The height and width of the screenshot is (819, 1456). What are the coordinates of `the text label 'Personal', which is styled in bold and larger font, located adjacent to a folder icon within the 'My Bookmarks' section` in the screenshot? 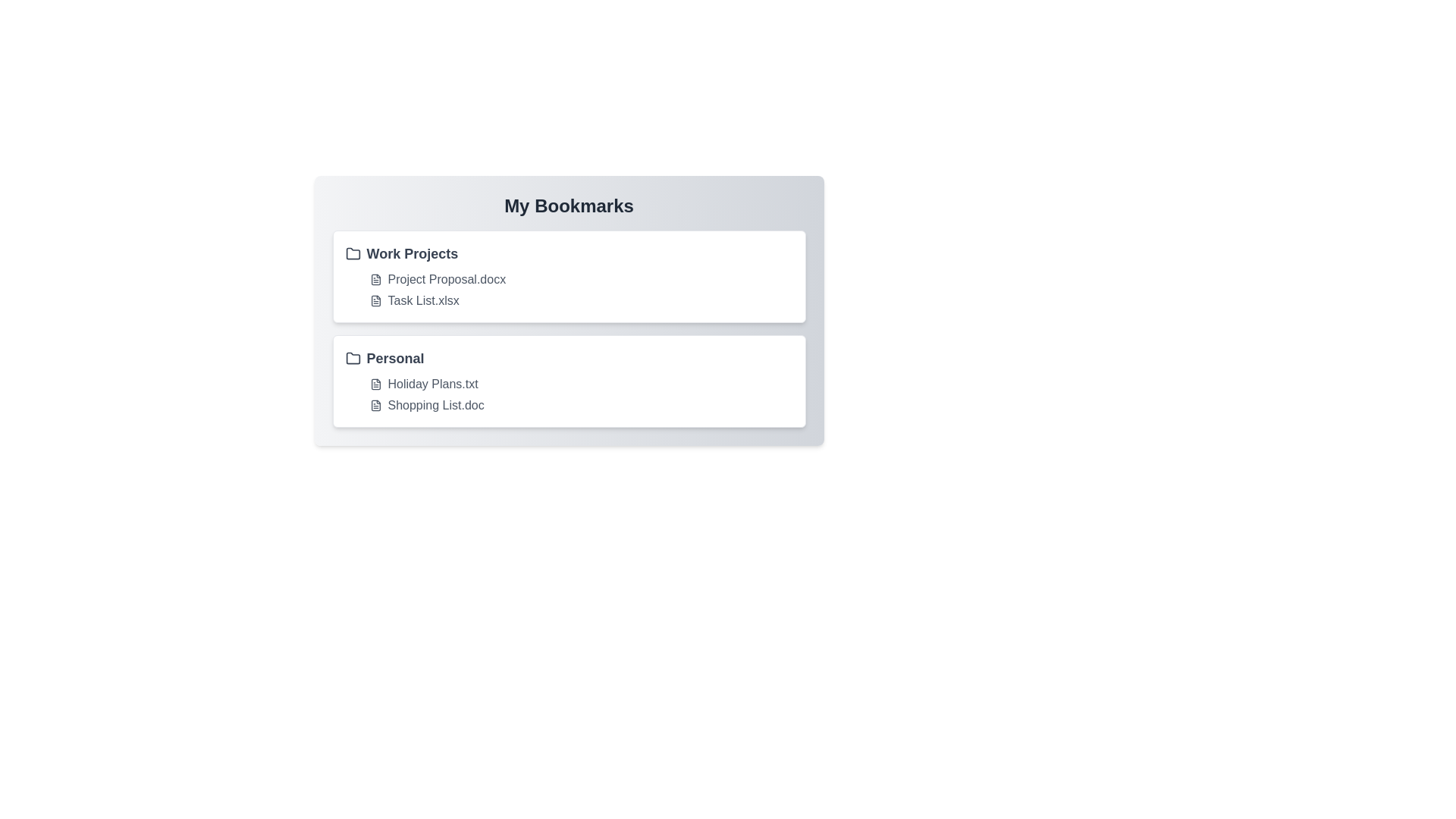 It's located at (395, 359).